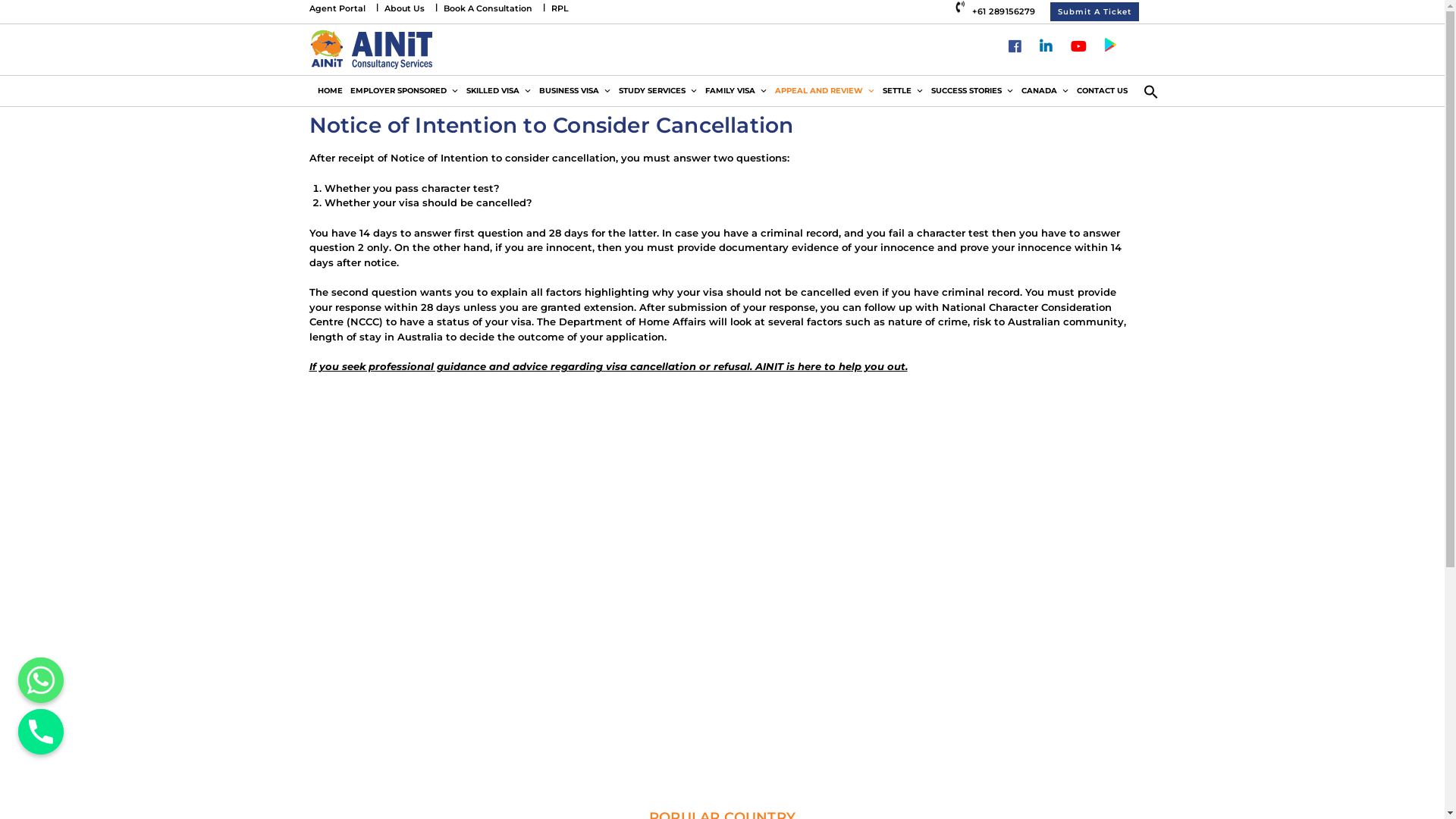  Describe the element at coordinates (971, 90) in the screenshot. I see `'SUCCESS STORIES'` at that location.